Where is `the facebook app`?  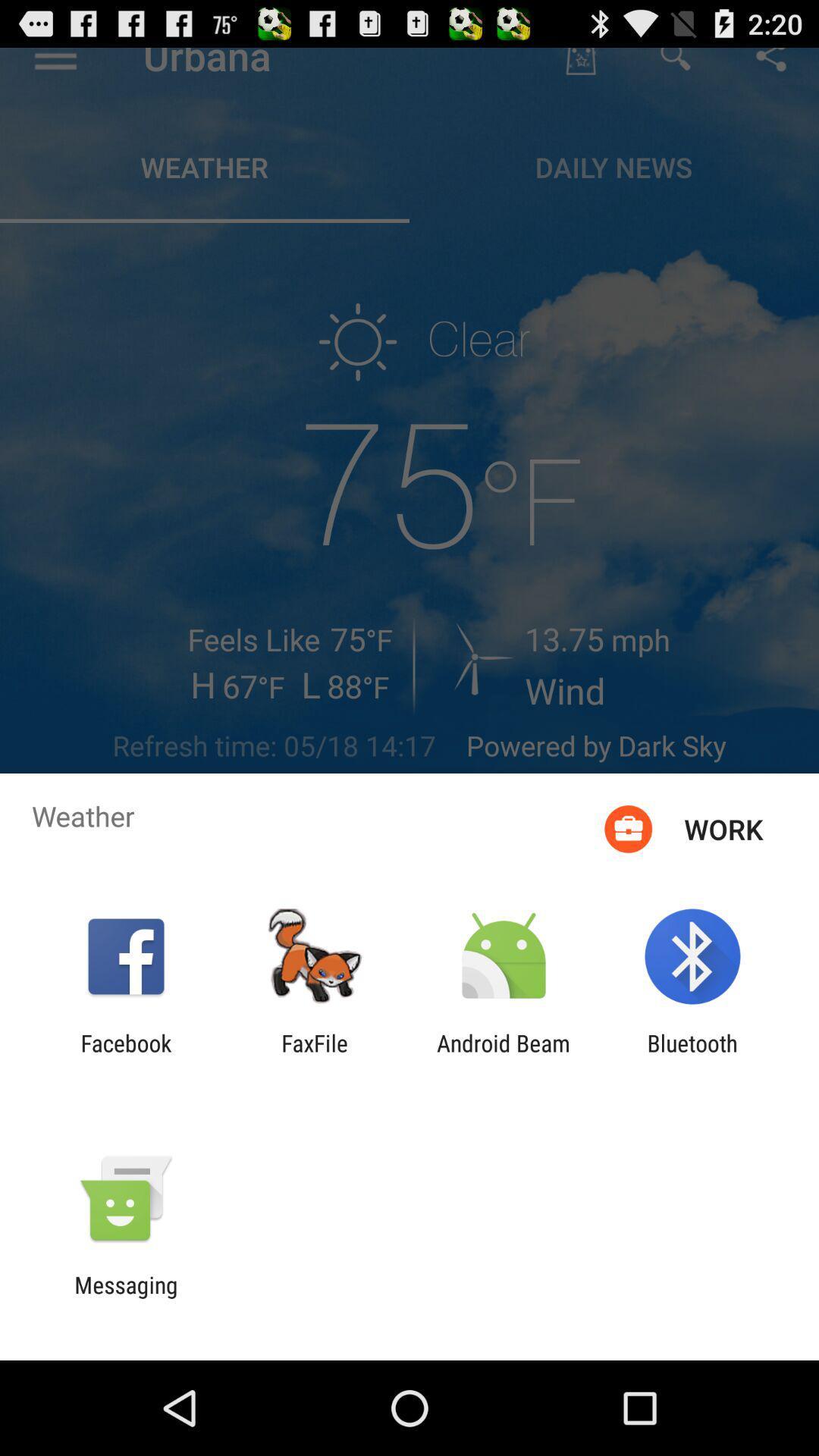 the facebook app is located at coordinates (125, 1056).